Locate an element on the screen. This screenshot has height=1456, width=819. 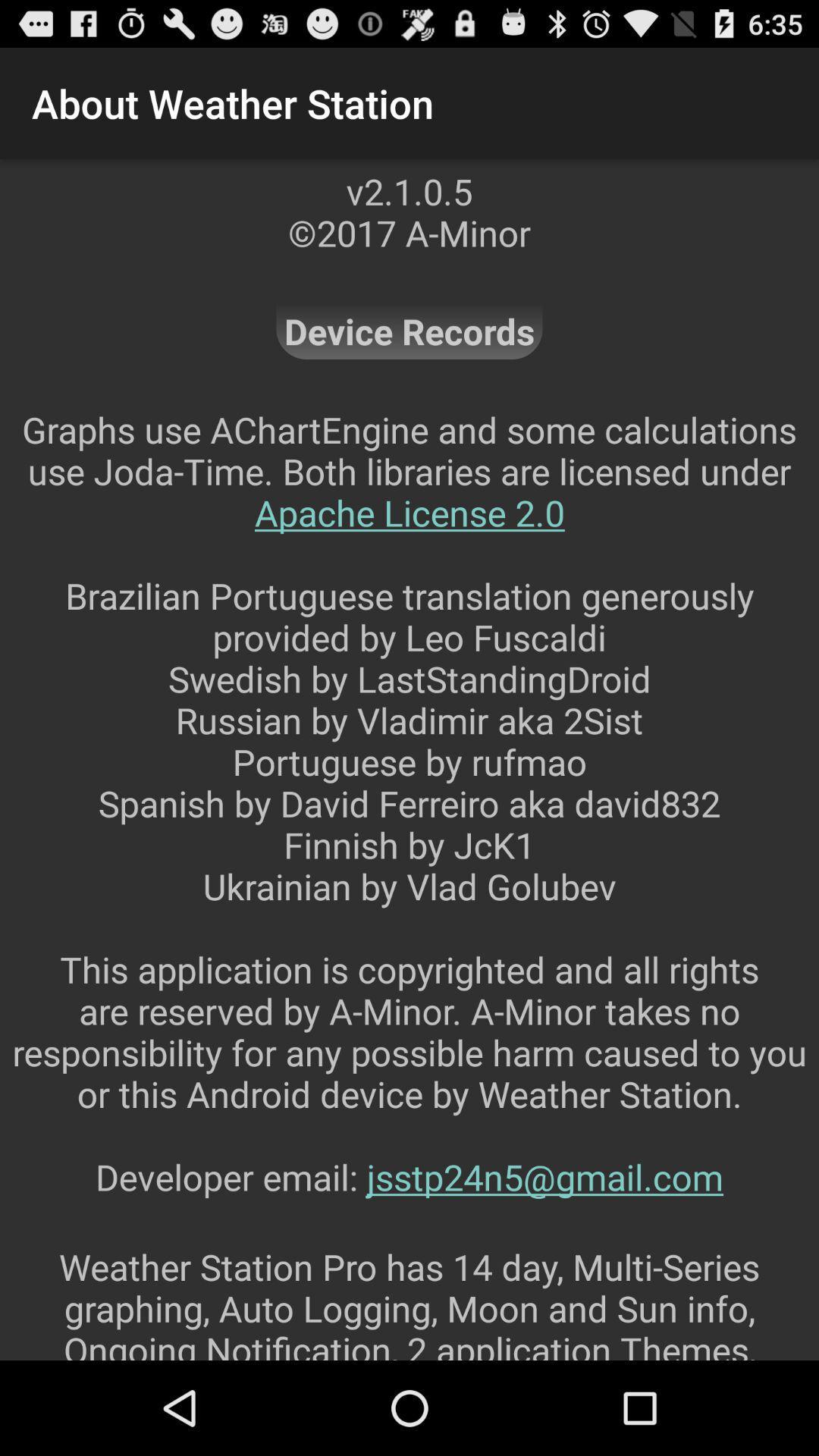
device records item is located at coordinates (409, 330).